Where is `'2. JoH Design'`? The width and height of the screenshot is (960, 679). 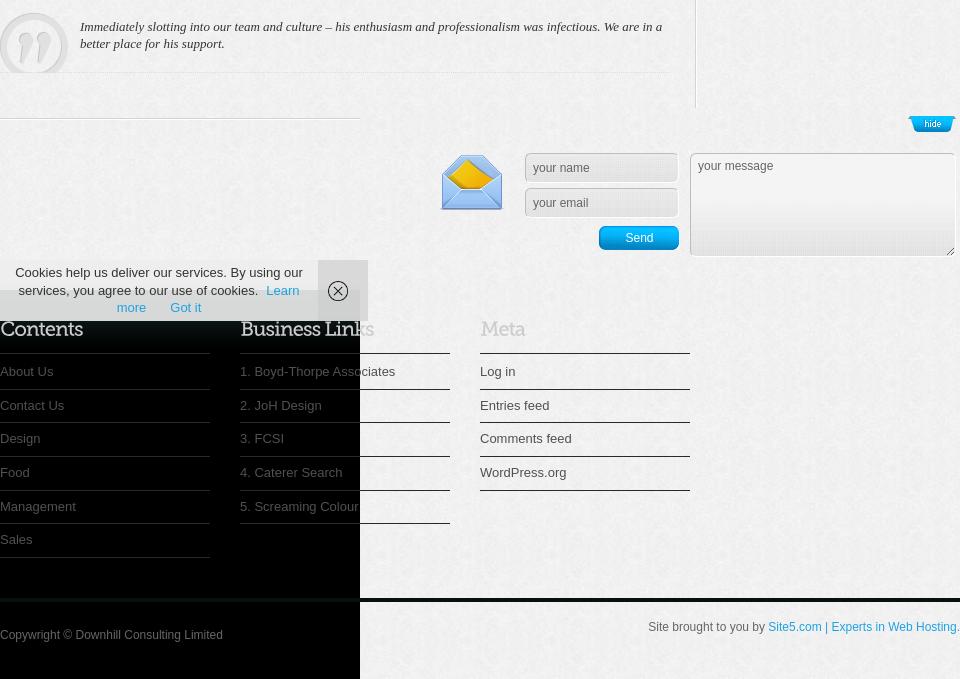 '2. JoH Design' is located at coordinates (279, 403).